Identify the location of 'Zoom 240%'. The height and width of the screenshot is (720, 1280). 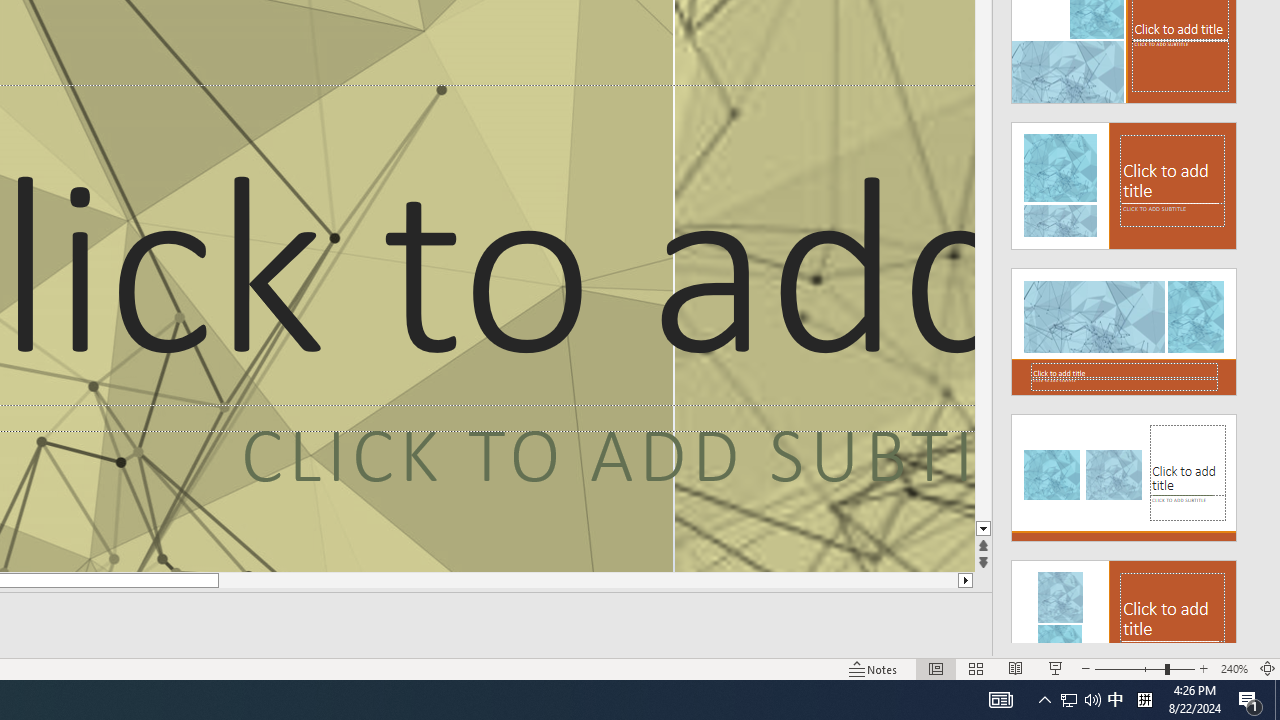
(1233, 669).